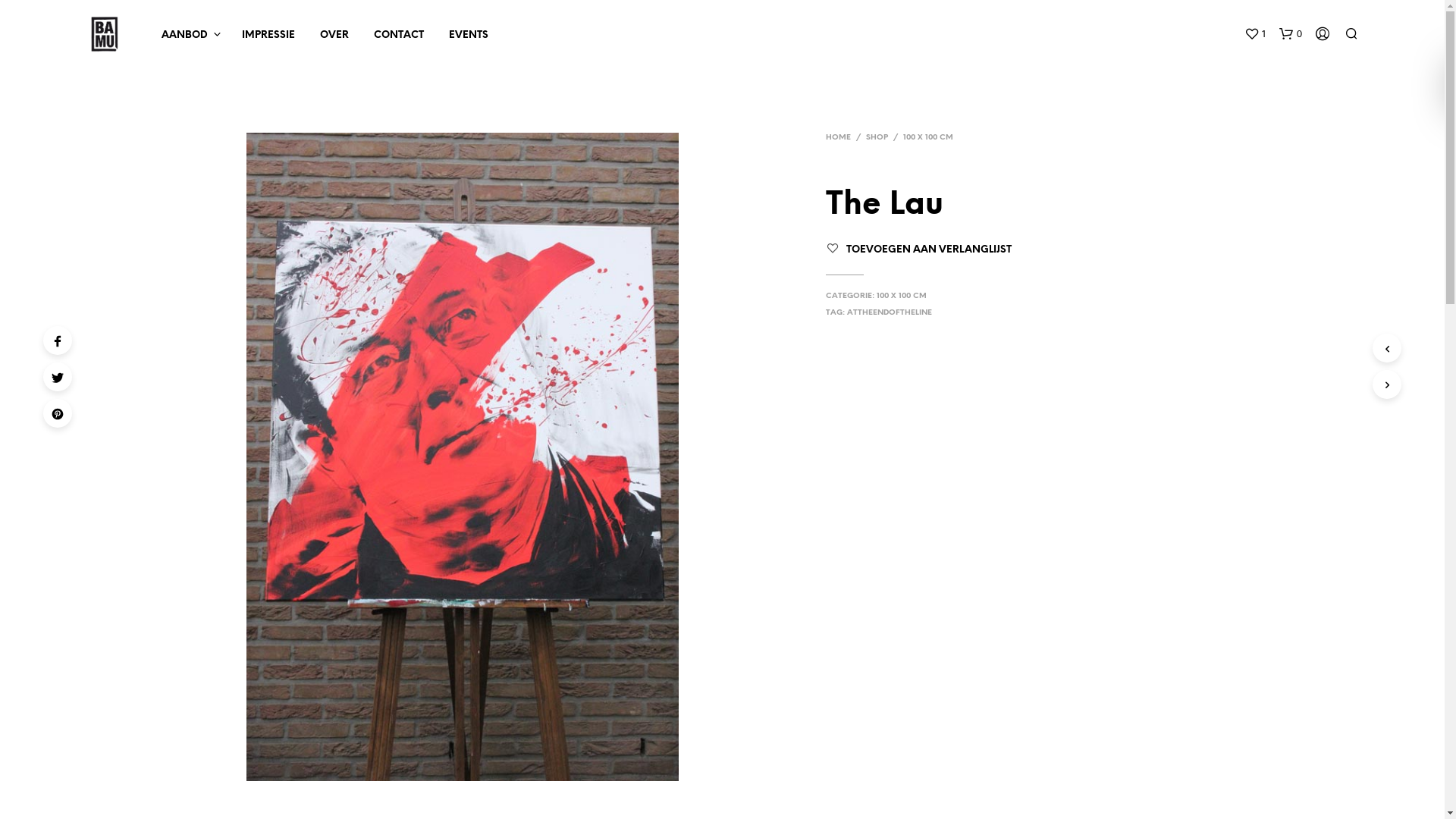  What do you see at coordinates (1277, 34) in the screenshot?
I see `'0'` at bounding box center [1277, 34].